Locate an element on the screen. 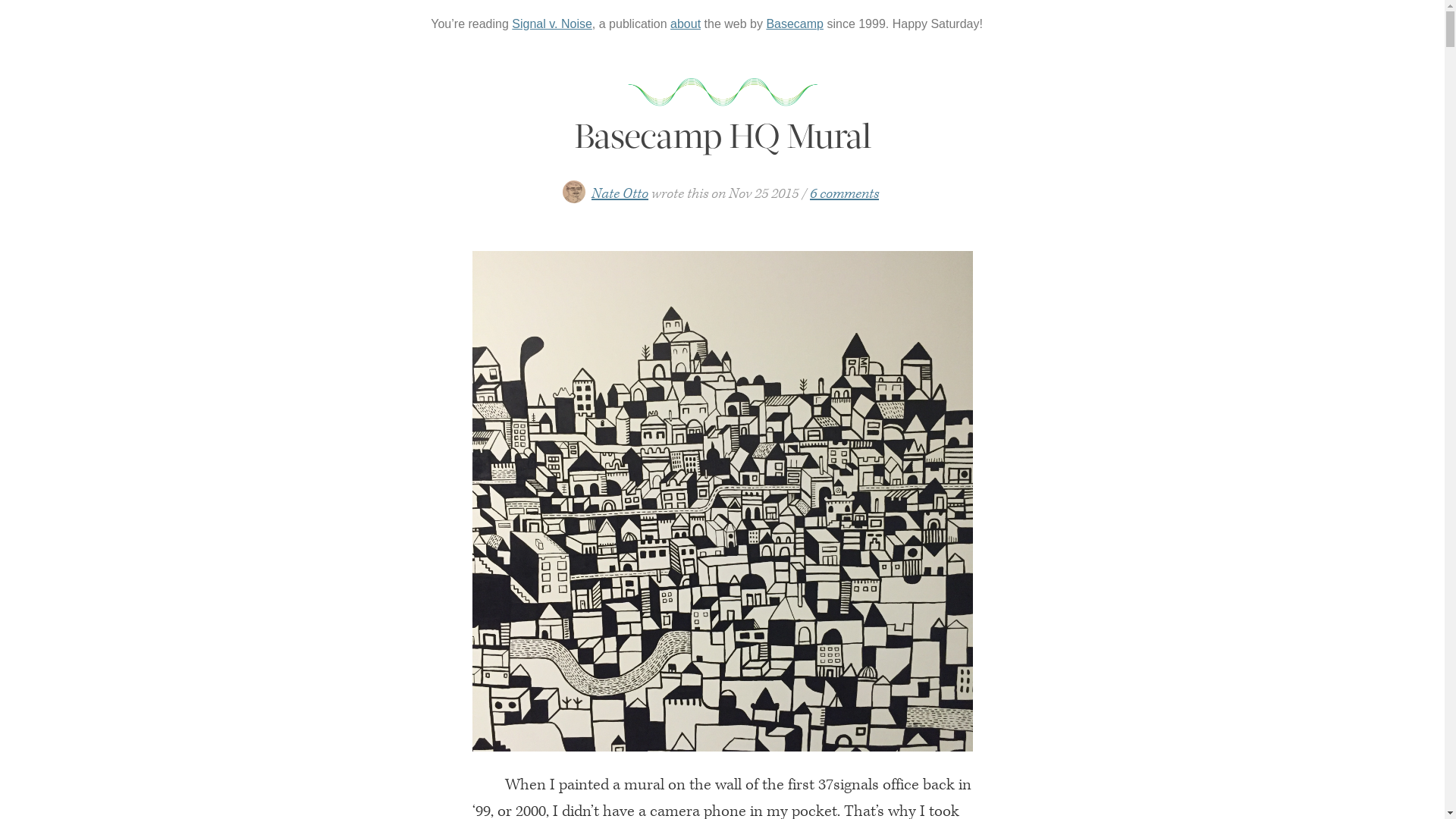 This screenshot has height=819, width=1456. 'about' is located at coordinates (684, 24).